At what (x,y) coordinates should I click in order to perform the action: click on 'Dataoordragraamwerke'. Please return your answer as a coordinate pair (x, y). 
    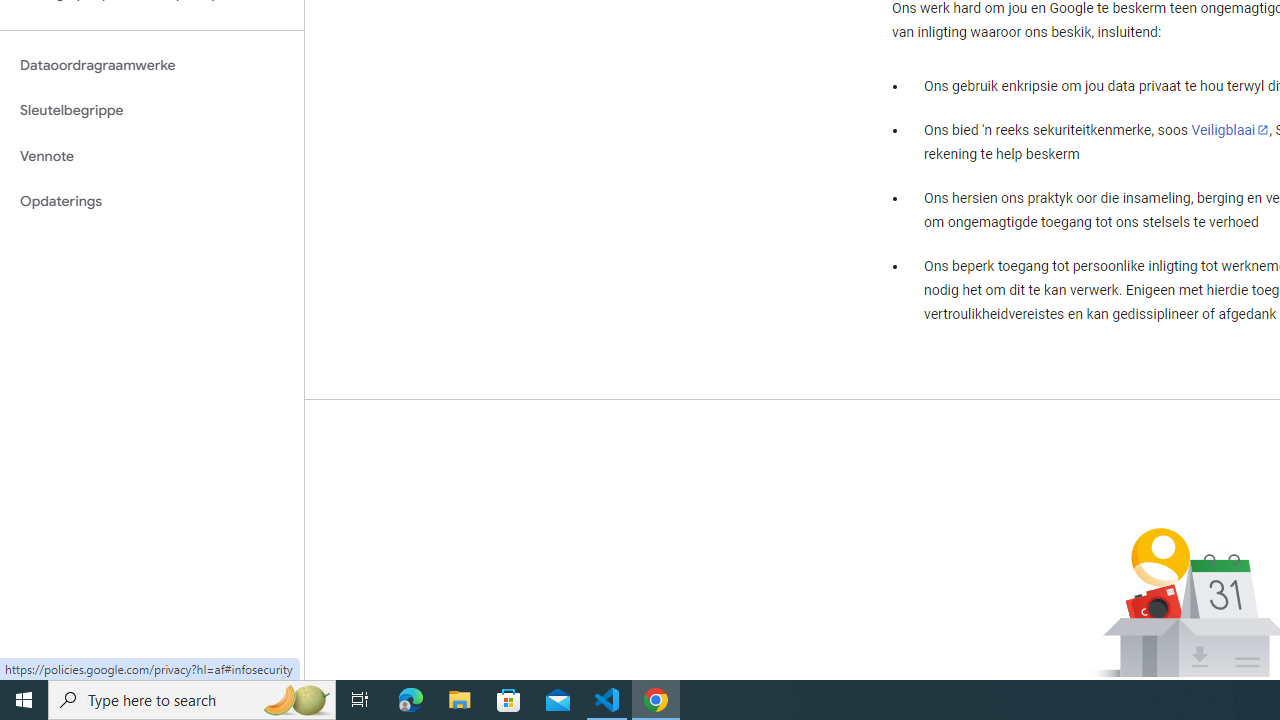
    Looking at the image, I should click on (151, 64).